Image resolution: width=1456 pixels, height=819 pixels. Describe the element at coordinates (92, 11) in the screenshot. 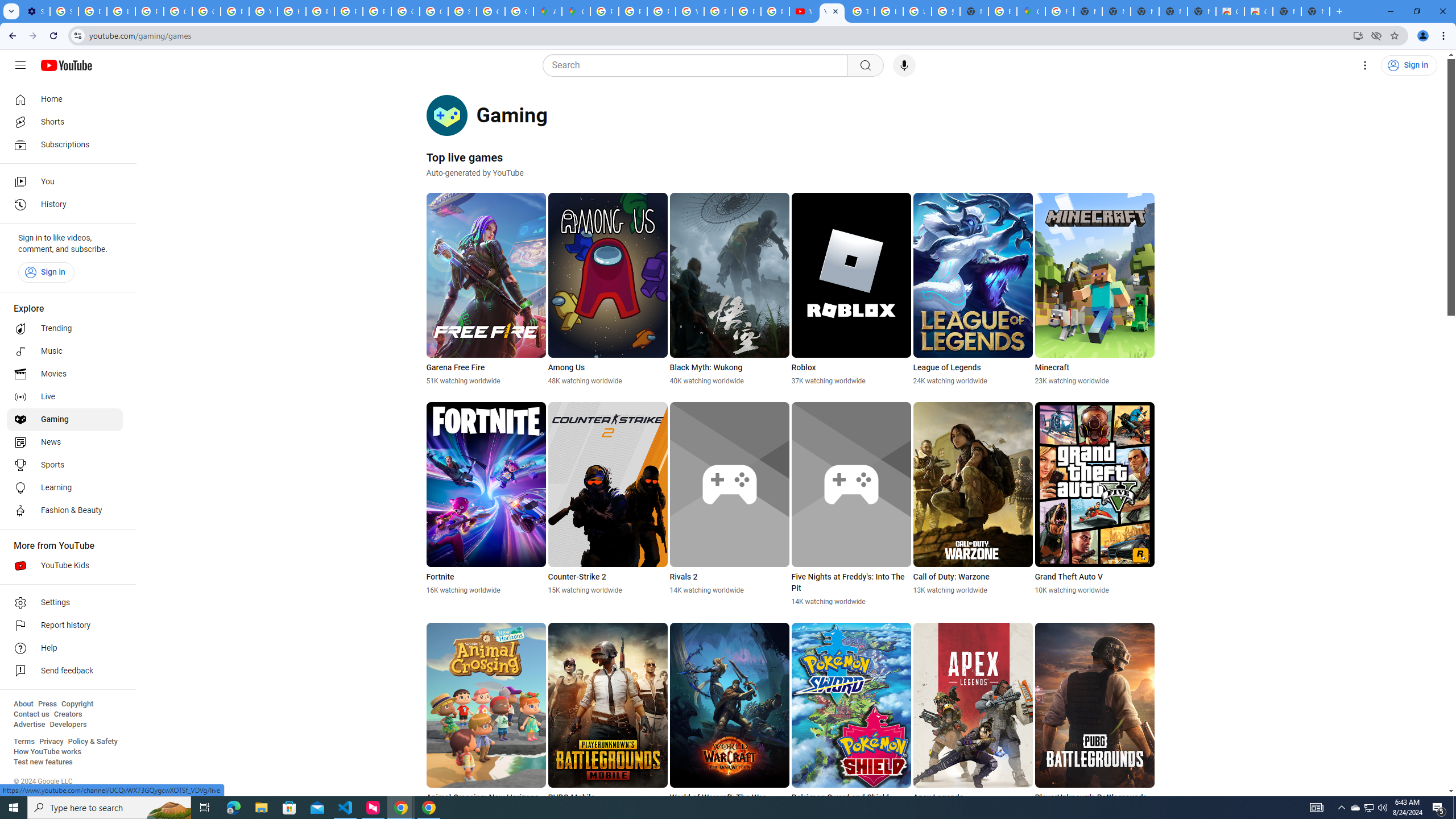

I see `'Delete photos & videos - Computer - Google Photos Help'` at that location.